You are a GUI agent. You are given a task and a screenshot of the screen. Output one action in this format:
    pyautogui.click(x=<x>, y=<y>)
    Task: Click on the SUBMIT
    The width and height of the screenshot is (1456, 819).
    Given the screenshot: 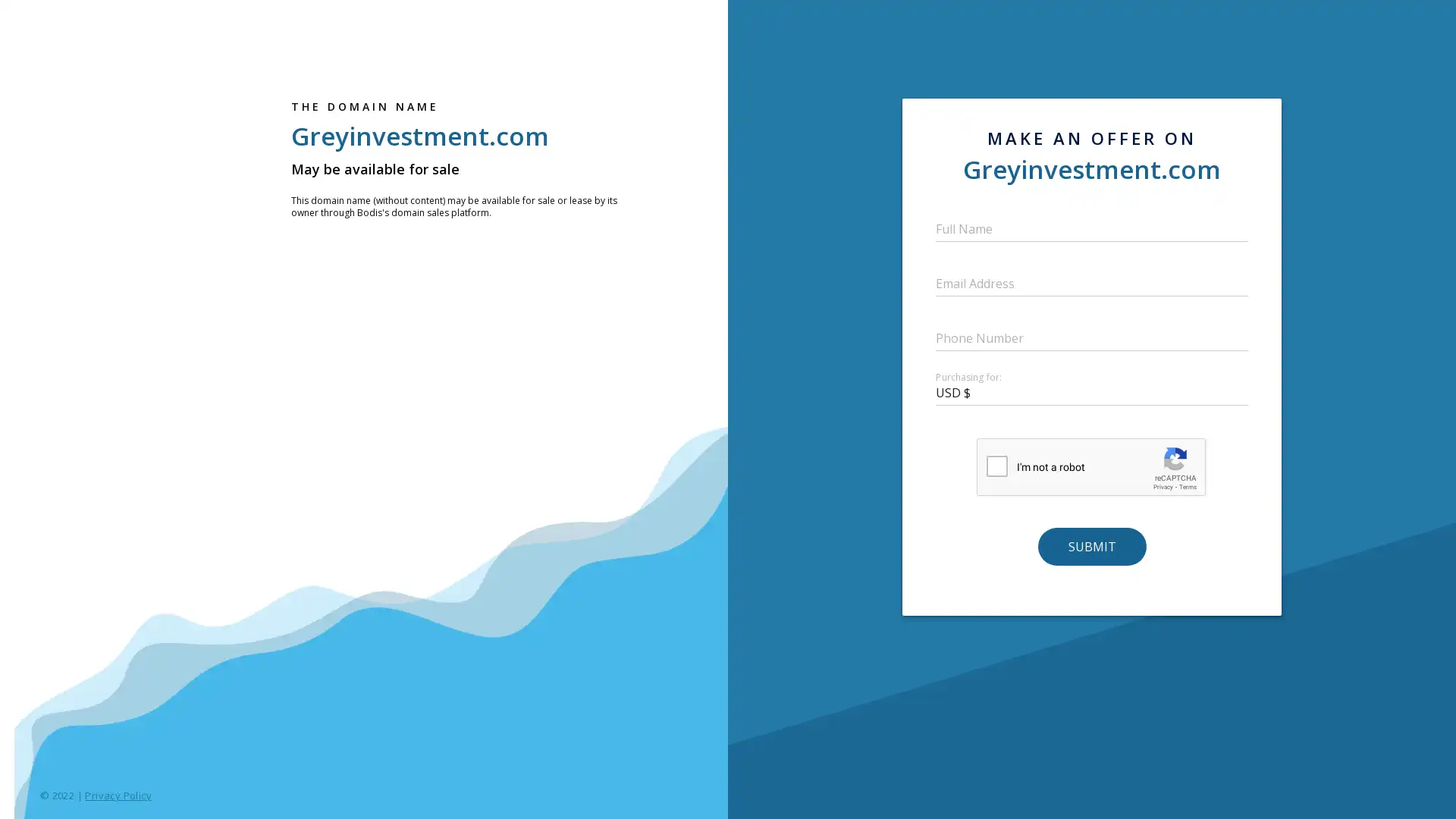 What is the action you would take?
    pyautogui.click(x=1090, y=546)
    